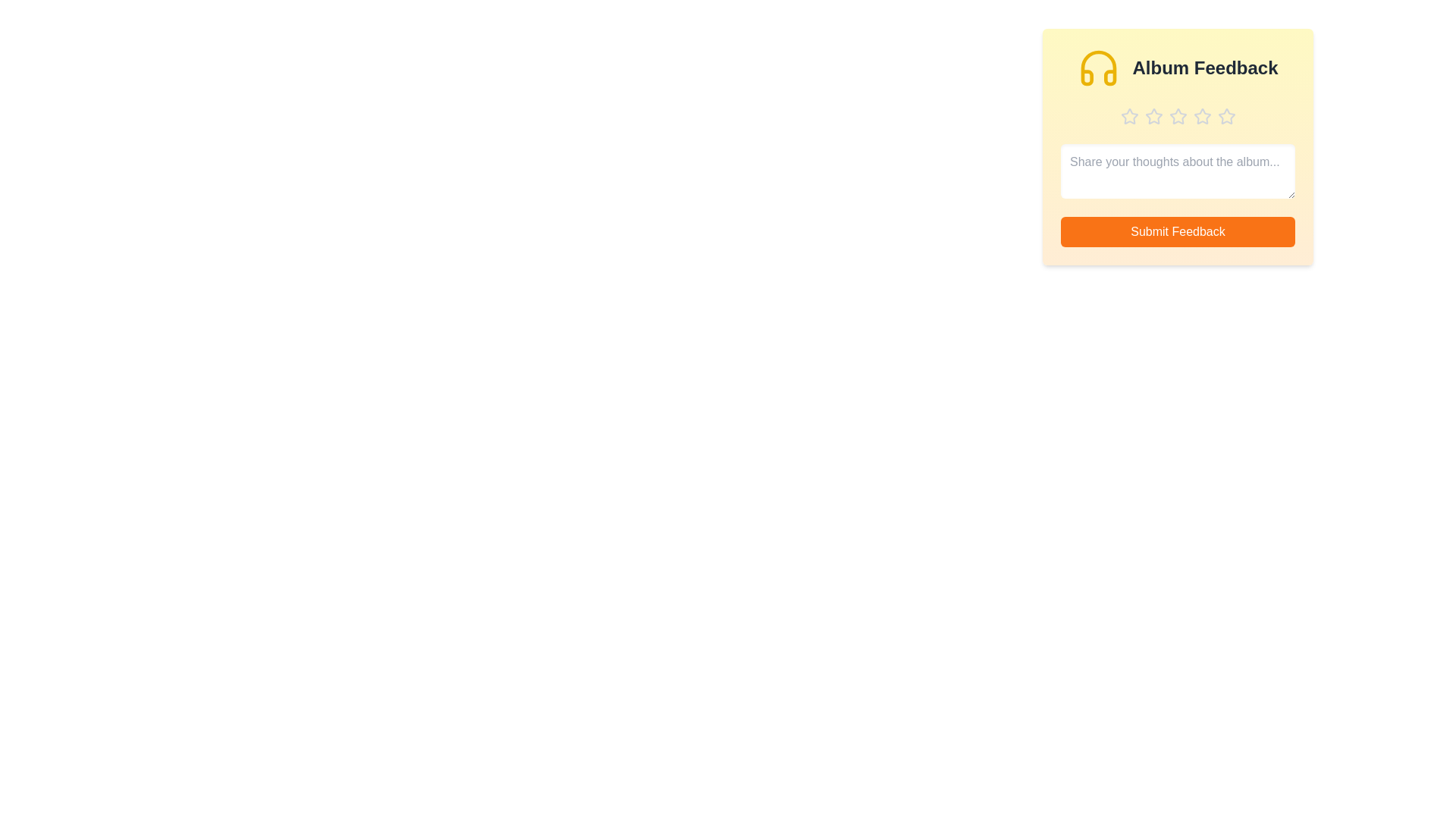 This screenshot has width=1456, height=819. Describe the element at coordinates (1129, 116) in the screenshot. I see `the album rating to 1 stars by clicking the corresponding star button` at that location.